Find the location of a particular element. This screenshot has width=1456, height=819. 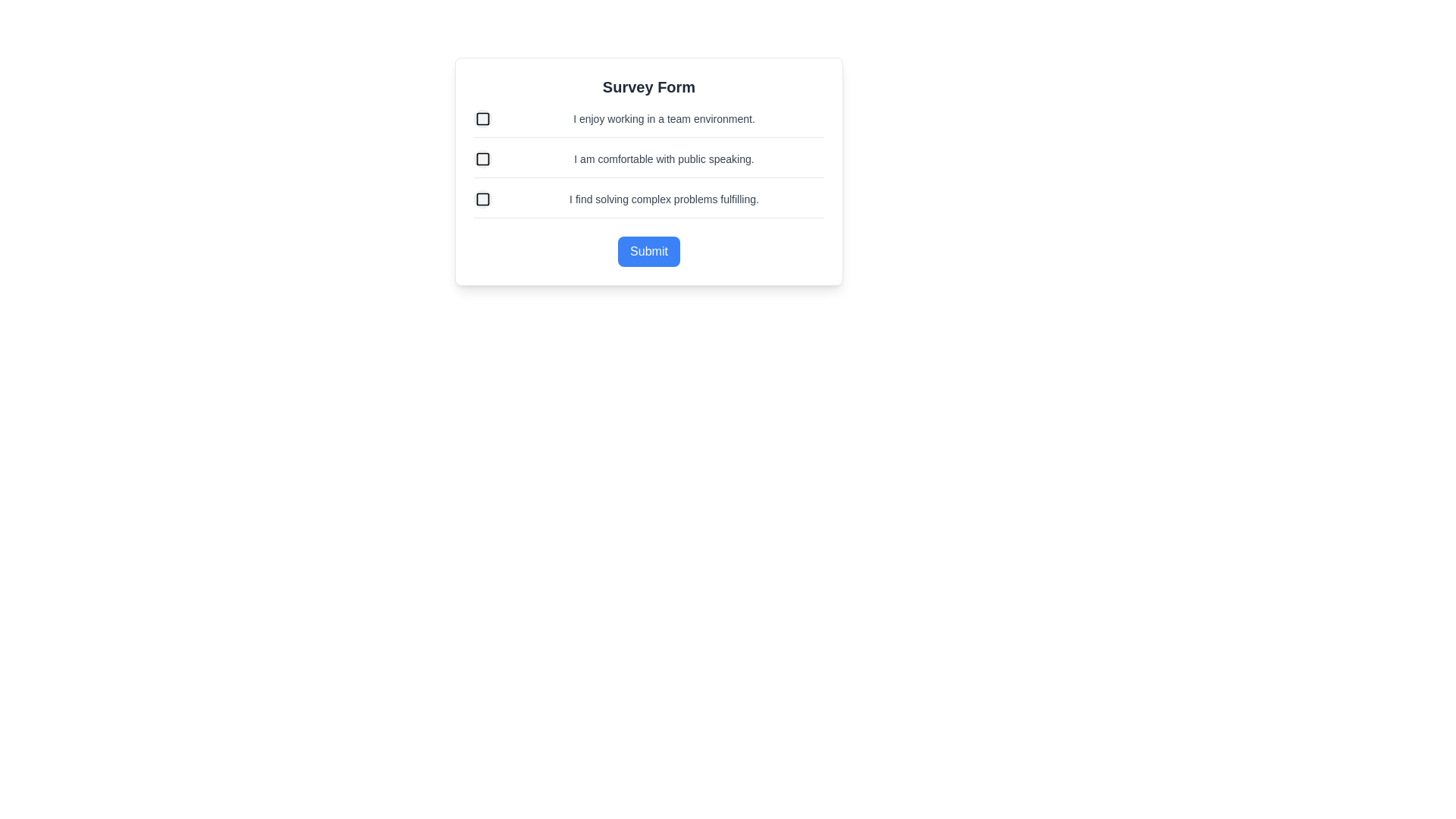

the checkbox icon with a thin black border and white center, located next to the text 'I find solving complex problems fulfilling.' is located at coordinates (482, 198).